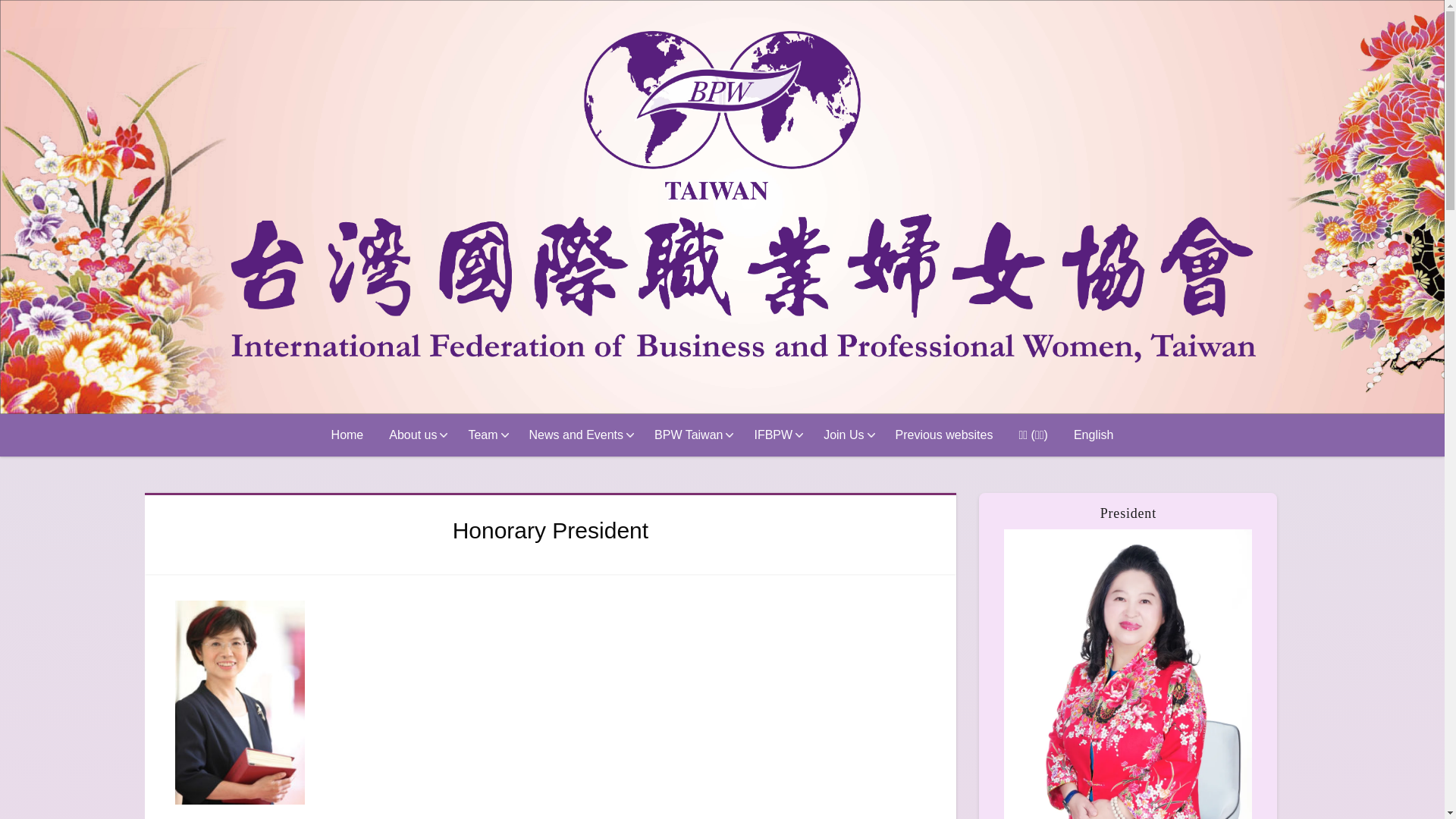  I want to click on 'About us', so click(375, 435).